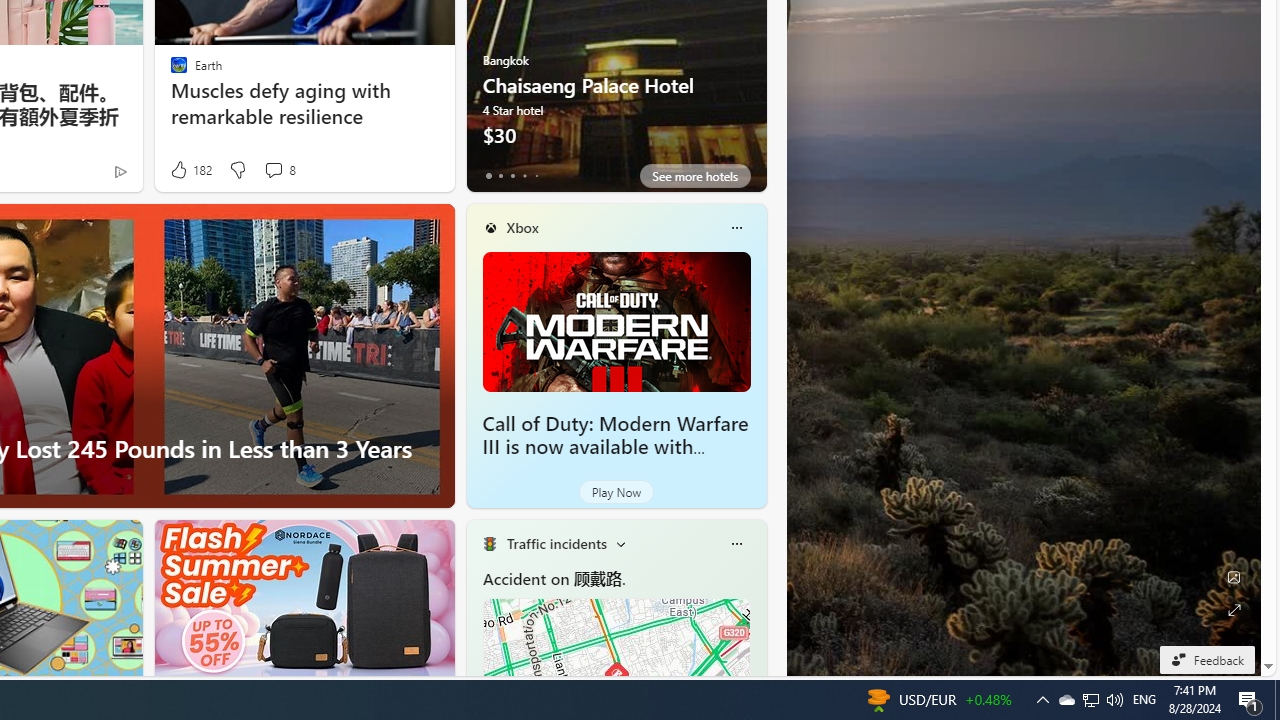 This screenshot has height=720, width=1280. What do you see at coordinates (1232, 577) in the screenshot?
I see `'Edit Background'` at bounding box center [1232, 577].